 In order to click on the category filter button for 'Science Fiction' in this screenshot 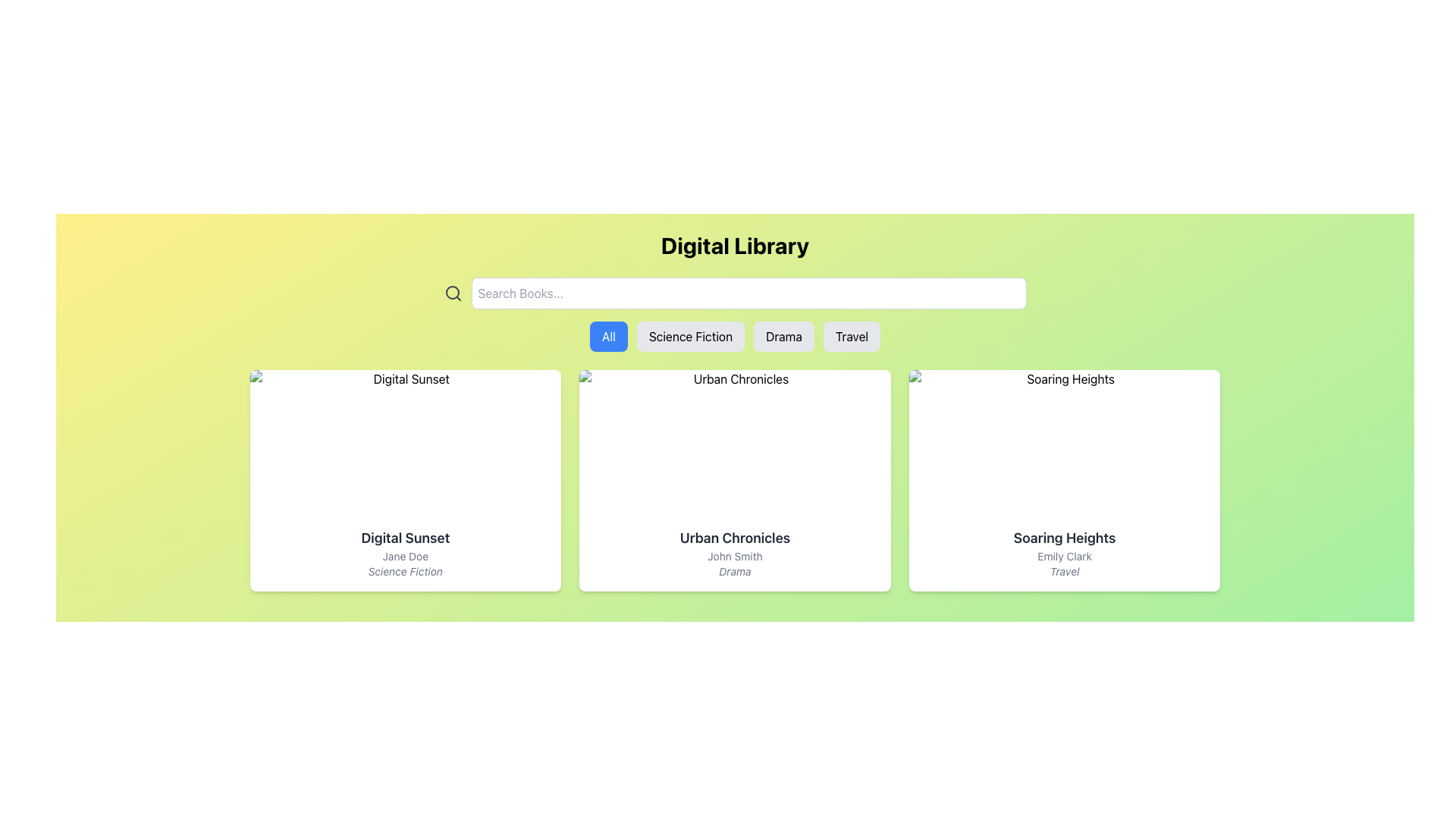, I will do `click(690, 335)`.